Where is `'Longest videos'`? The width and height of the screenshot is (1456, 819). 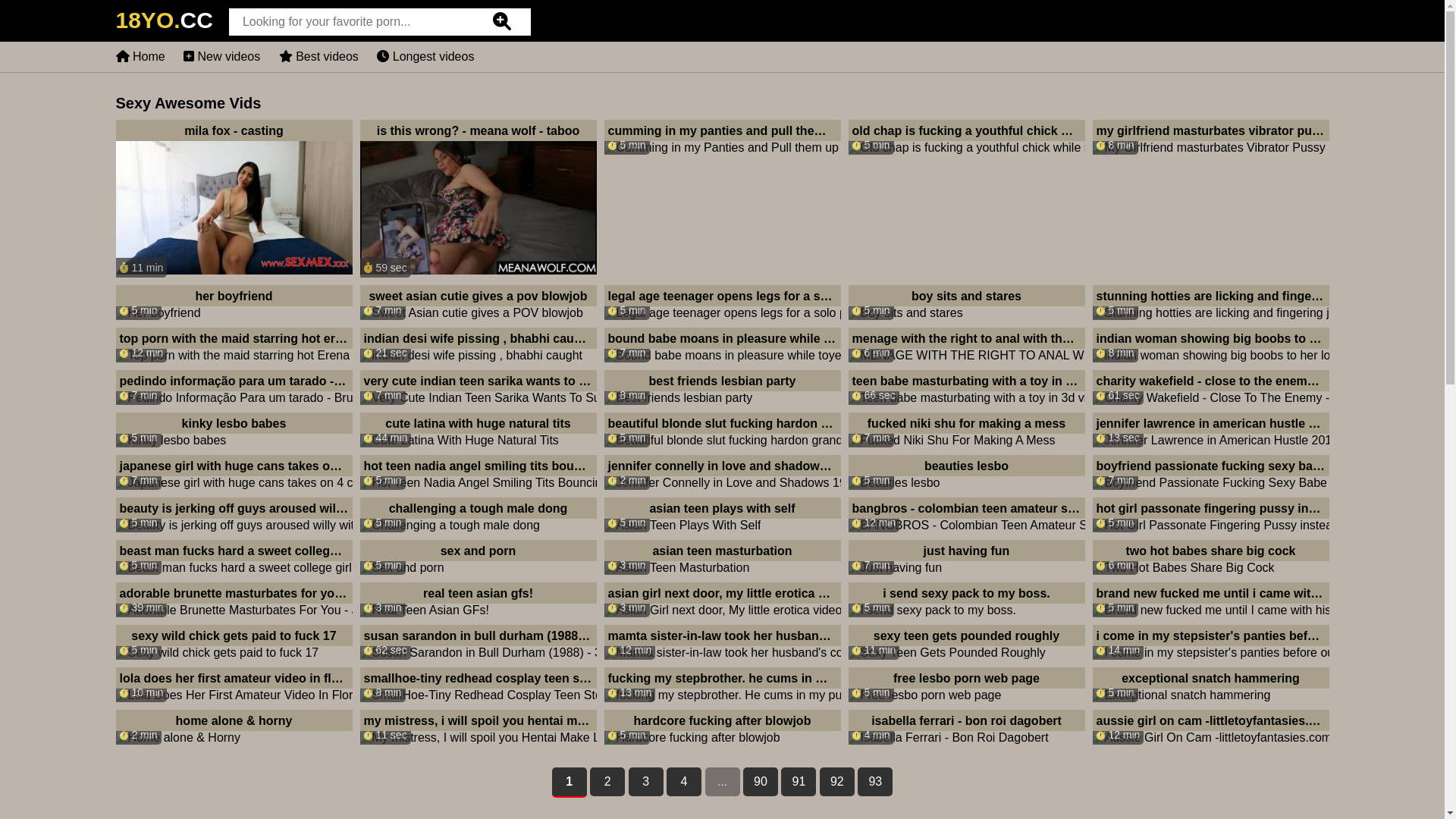
'Longest videos' is located at coordinates (425, 55).